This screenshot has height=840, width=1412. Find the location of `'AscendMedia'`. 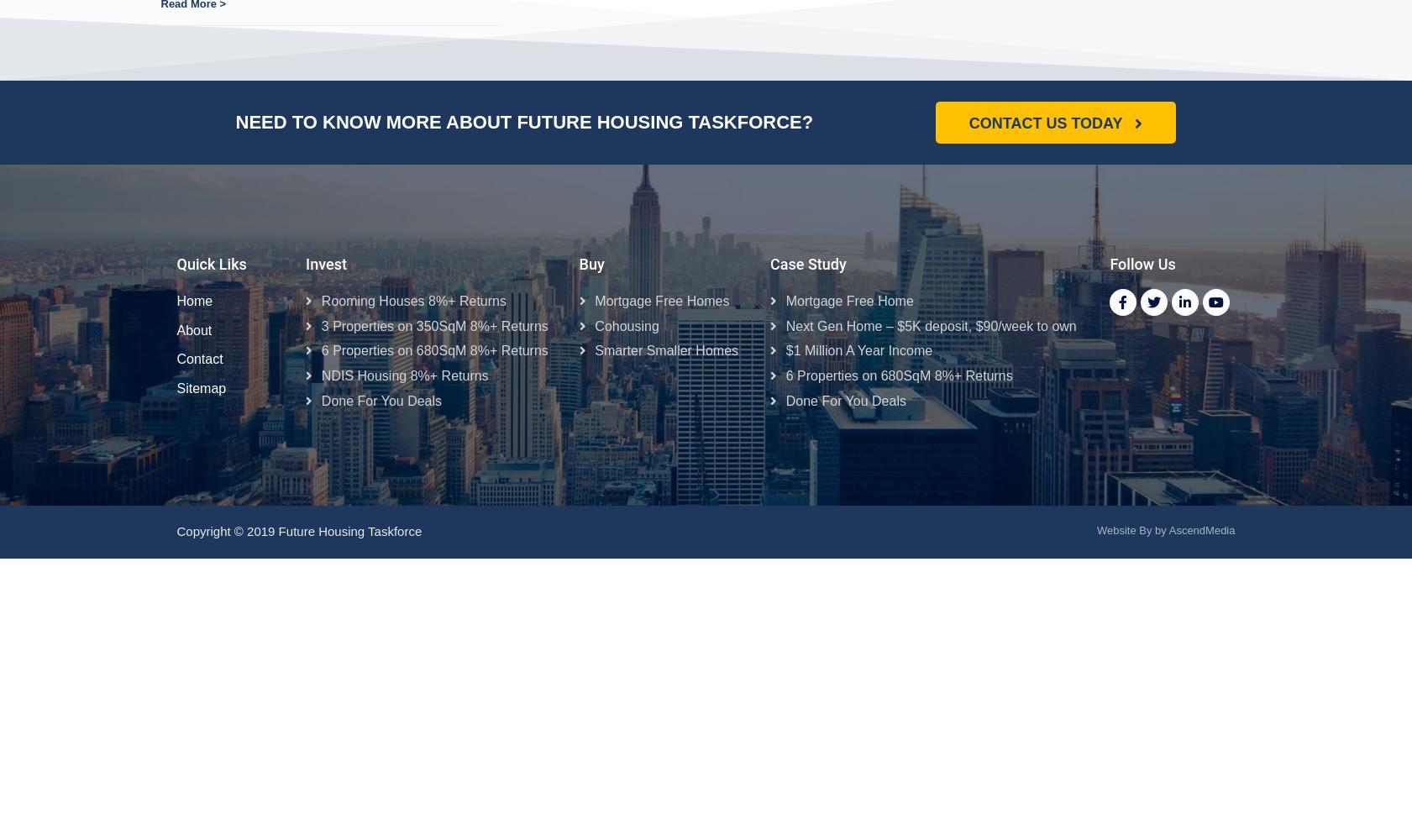

'AscendMedia' is located at coordinates (1200, 530).